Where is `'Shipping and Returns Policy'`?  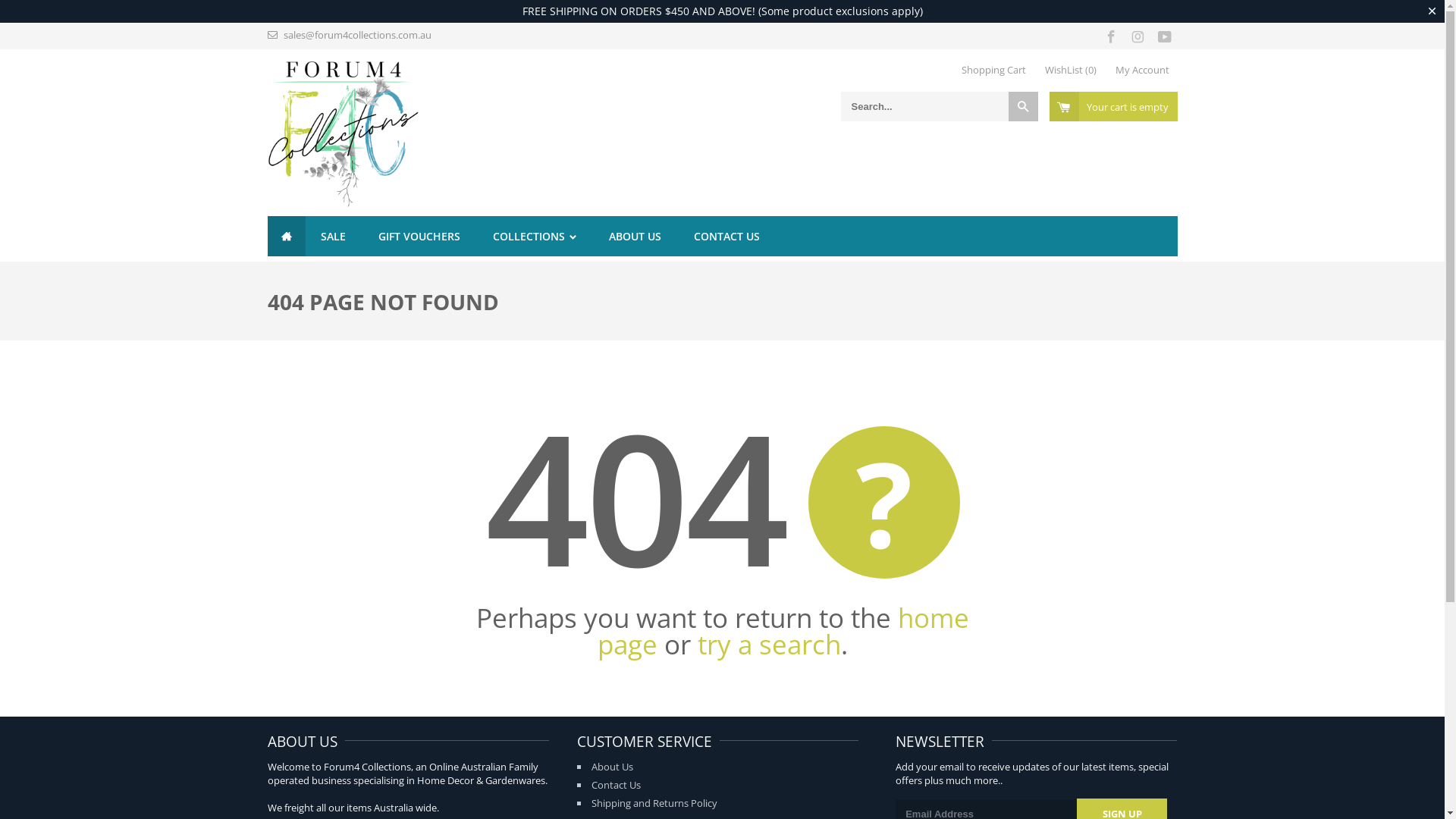 'Shipping and Returns Policy' is located at coordinates (654, 802).